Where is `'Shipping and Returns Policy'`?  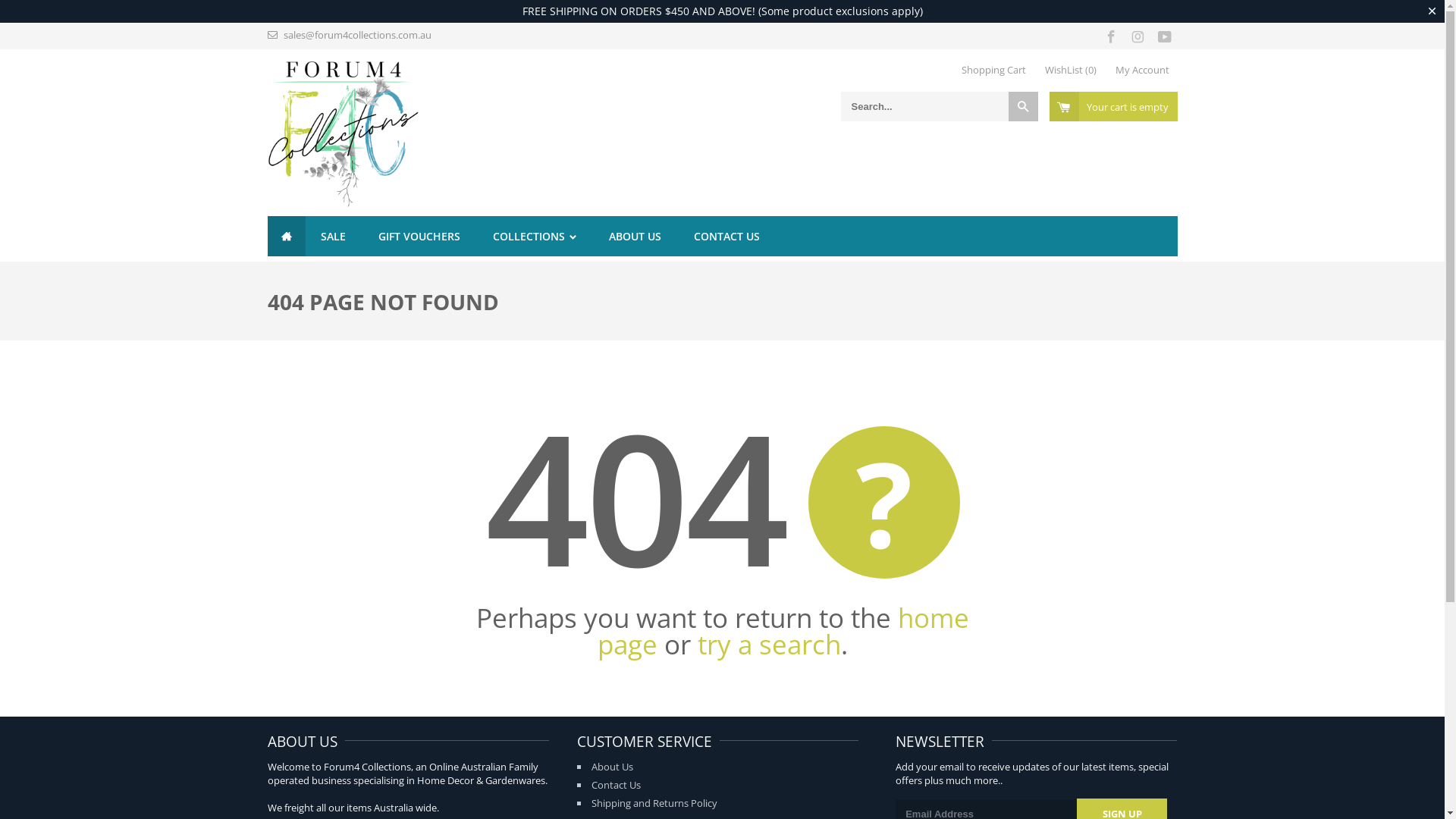 'Shipping and Returns Policy' is located at coordinates (654, 802).